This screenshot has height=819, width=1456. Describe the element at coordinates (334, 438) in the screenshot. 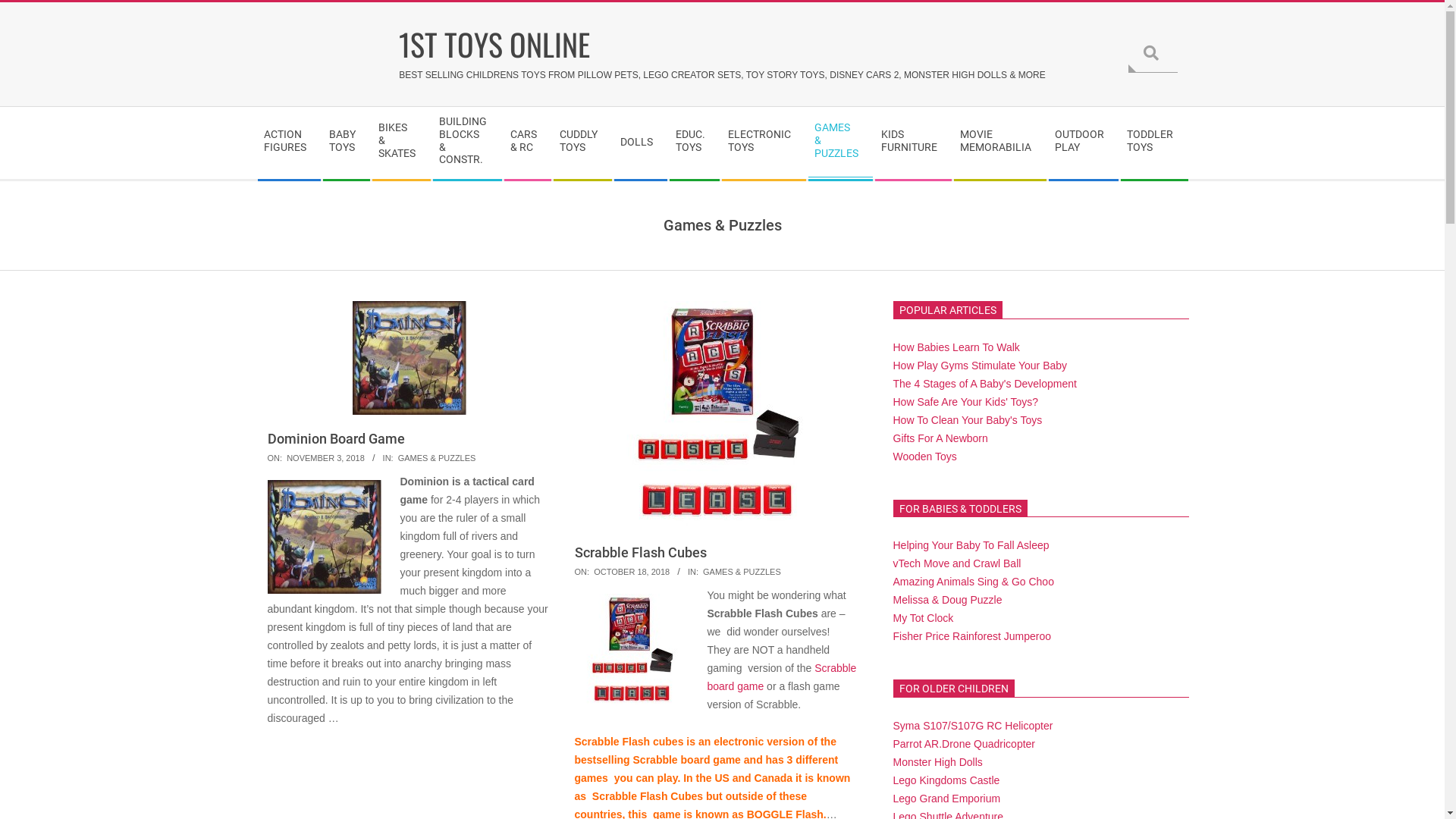

I see `'Dominion Board Game'` at that location.